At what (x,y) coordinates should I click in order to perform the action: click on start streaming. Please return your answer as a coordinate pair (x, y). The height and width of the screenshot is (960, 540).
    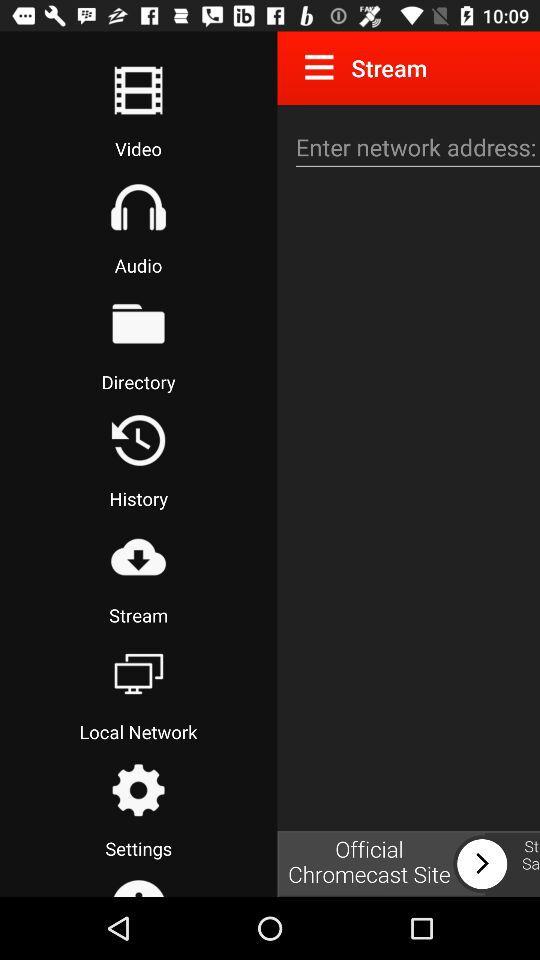
    Looking at the image, I should click on (137, 557).